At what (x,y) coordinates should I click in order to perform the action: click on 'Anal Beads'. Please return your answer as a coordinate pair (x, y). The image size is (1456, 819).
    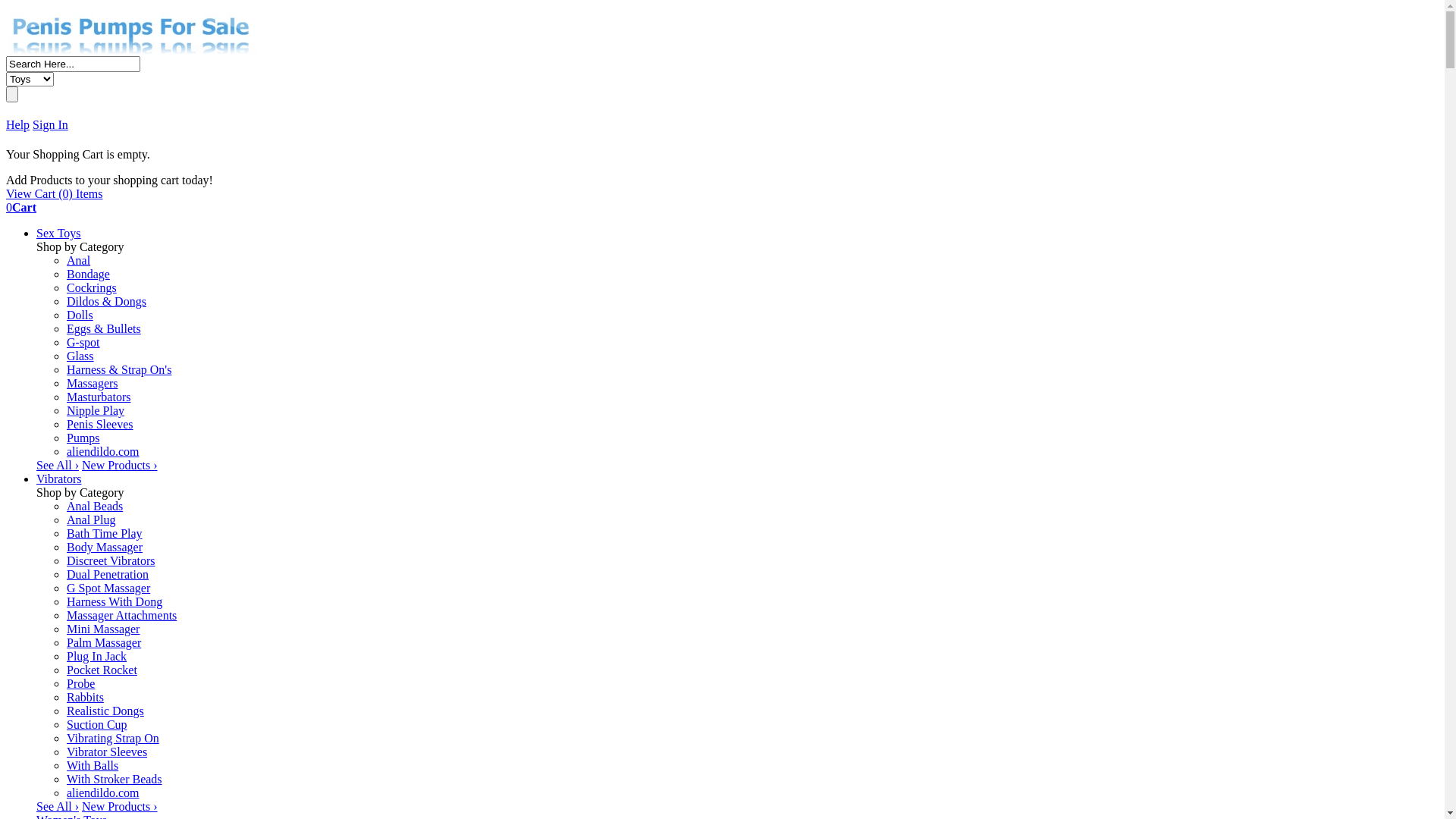
    Looking at the image, I should click on (93, 506).